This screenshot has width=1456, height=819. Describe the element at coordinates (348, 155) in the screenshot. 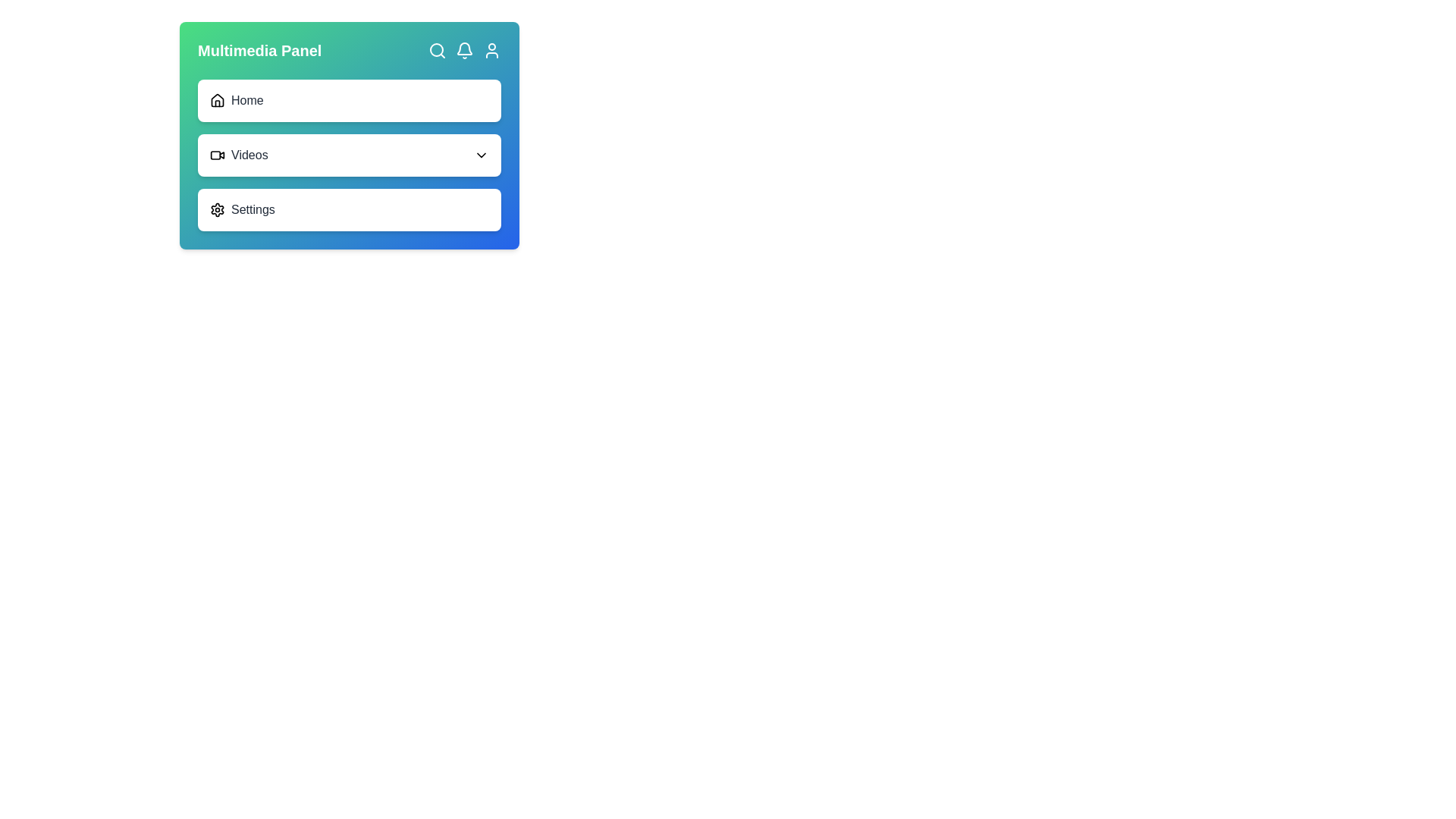

I see `the 'Videos' navigation button, which is the second item in a vertical list` at that location.